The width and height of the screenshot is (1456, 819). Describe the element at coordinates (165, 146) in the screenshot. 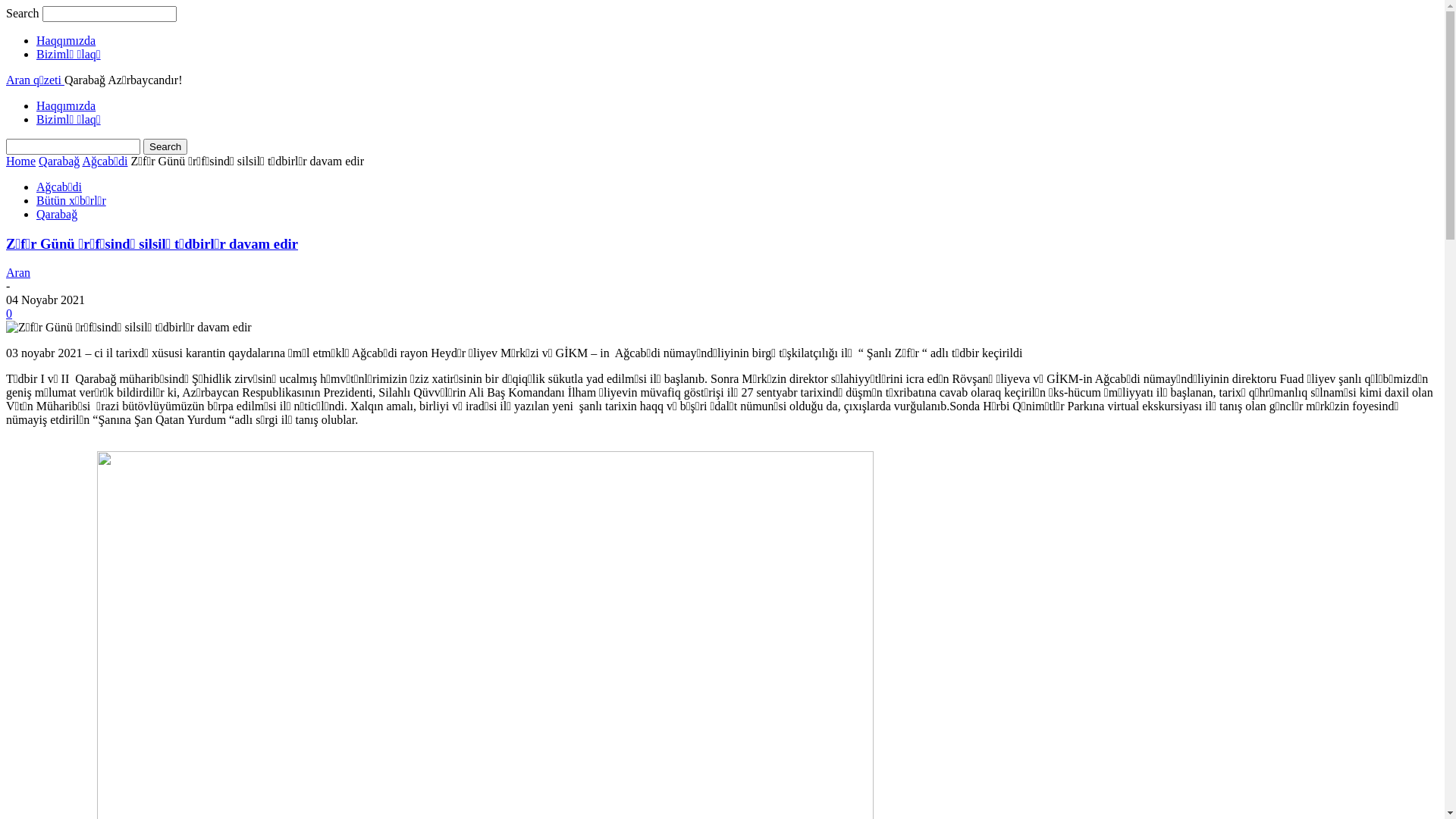

I see `'Search'` at that location.